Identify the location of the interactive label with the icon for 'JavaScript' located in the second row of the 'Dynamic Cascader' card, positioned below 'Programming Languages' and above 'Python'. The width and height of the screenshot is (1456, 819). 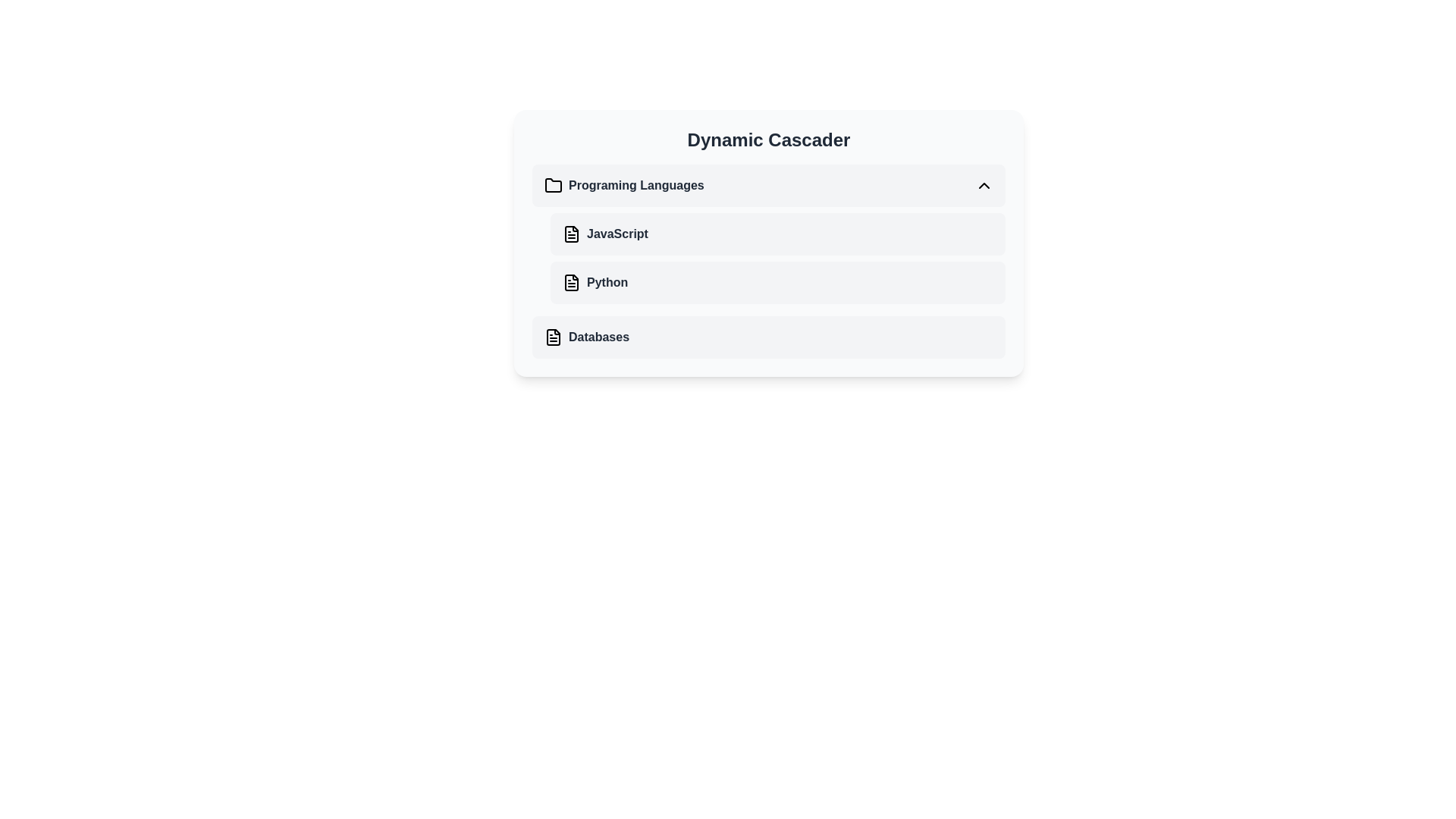
(604, 234).